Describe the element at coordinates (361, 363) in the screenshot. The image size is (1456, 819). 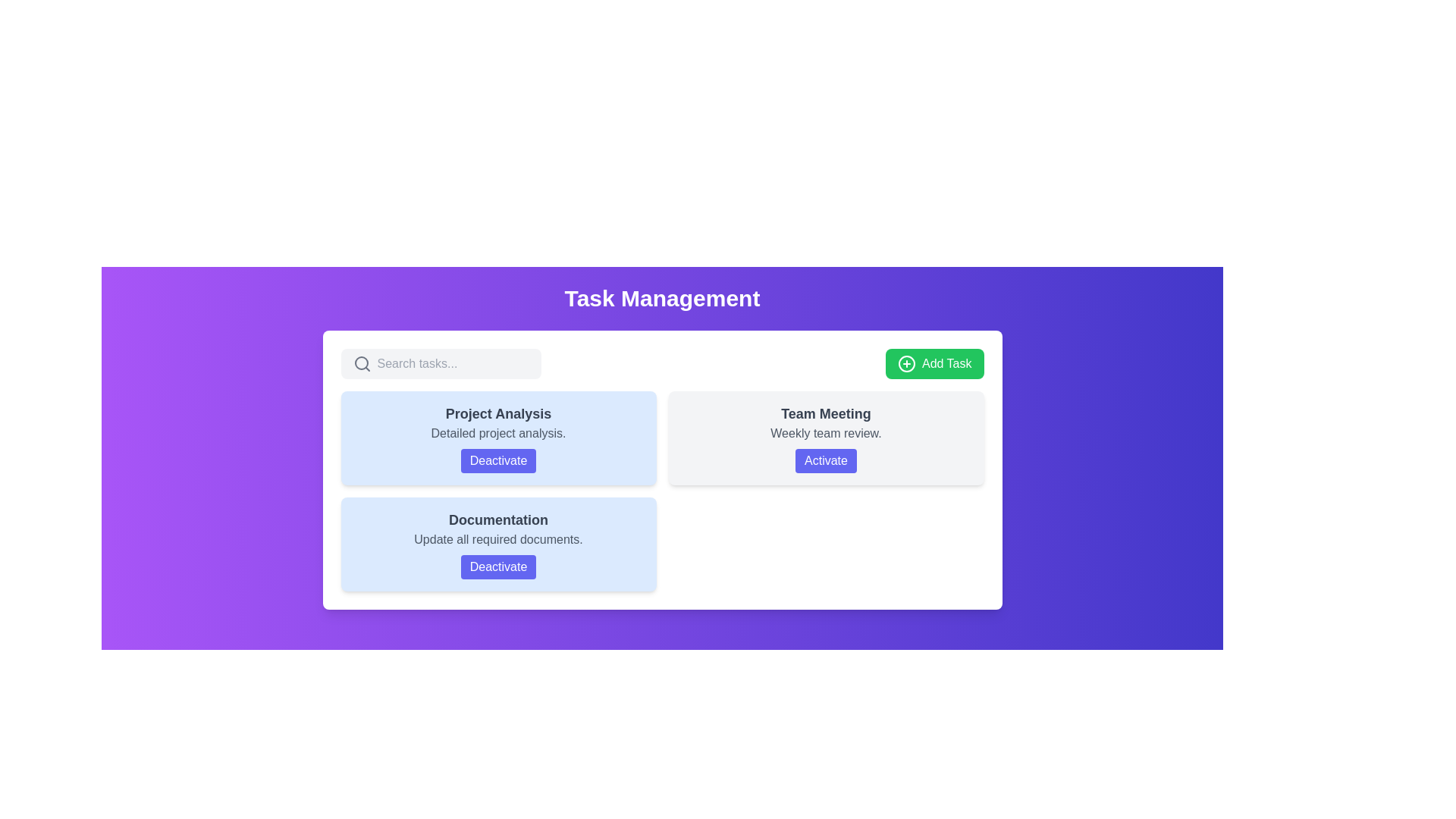
I see `the gray search icon styled as a magnifying glass located in the left part of the search bar, adjacent to the search input field, below the 'Task Management' header` at that location.